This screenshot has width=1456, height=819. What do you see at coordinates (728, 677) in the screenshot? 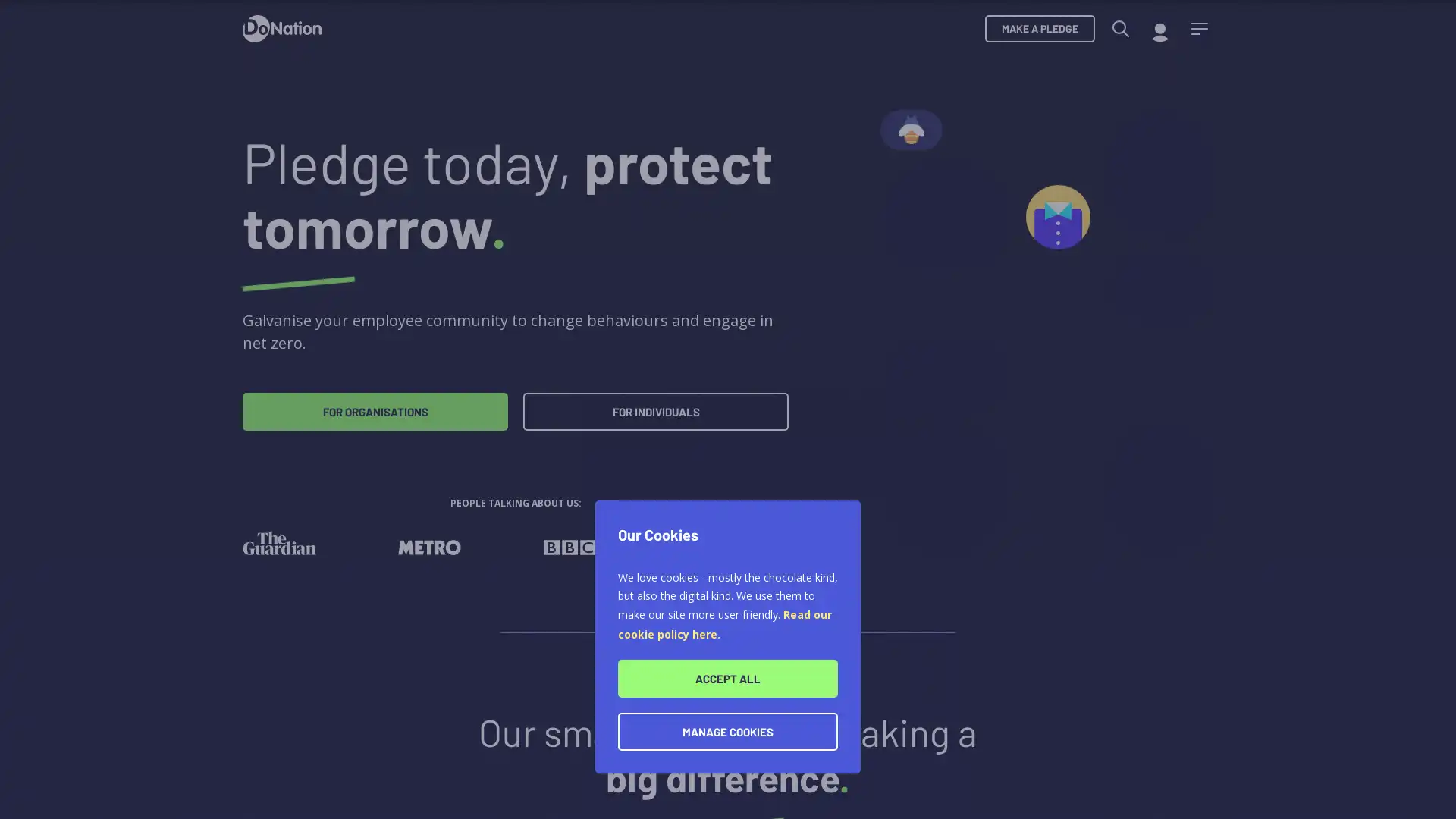
I see `ACCEPT ALL` at bounding box center [728, 677].